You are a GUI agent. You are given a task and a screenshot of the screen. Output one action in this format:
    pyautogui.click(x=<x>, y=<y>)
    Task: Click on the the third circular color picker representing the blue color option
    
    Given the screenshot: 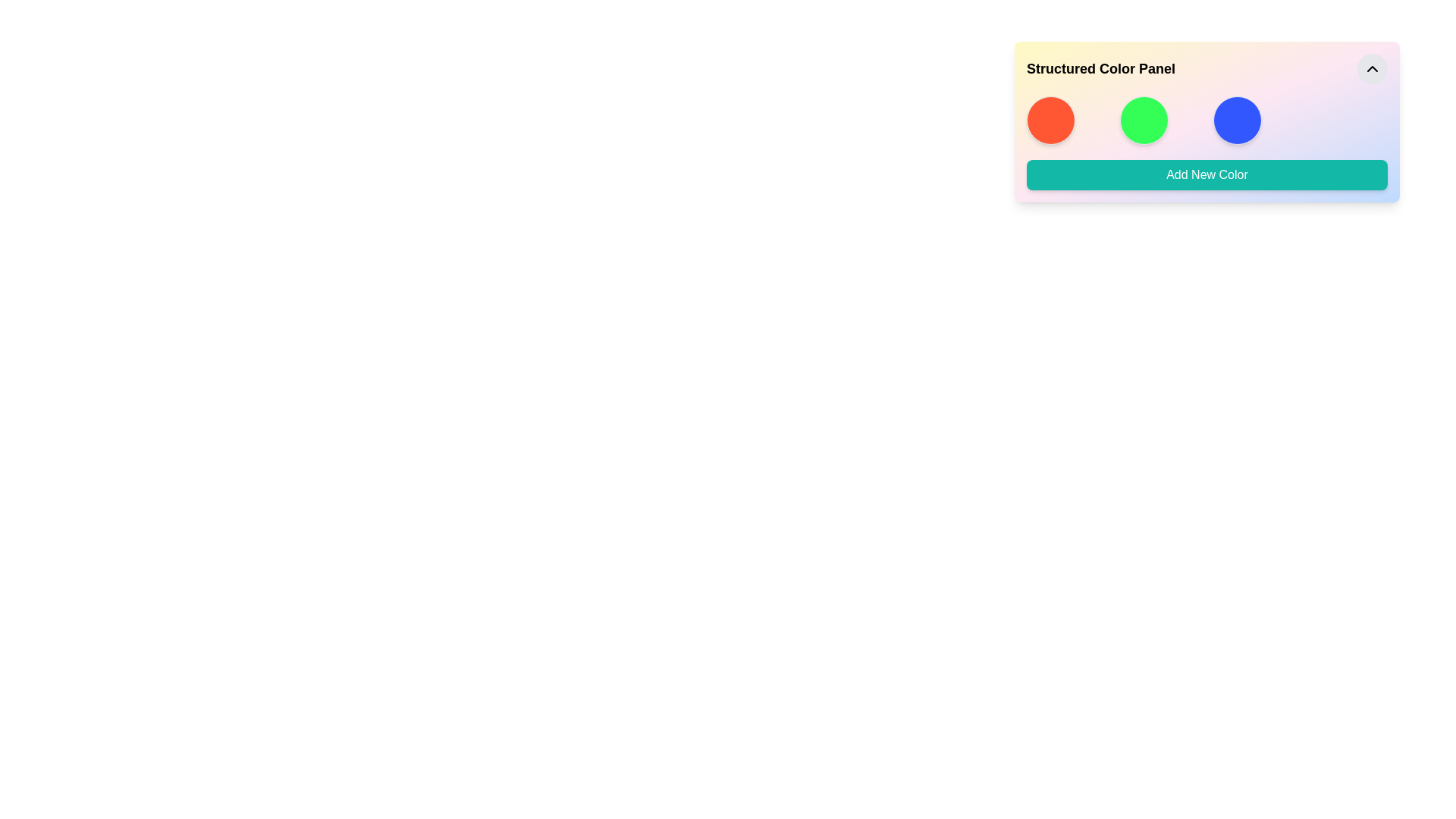 What is the action you would take?
    pyautogui.click(x=1207, y=121)
    